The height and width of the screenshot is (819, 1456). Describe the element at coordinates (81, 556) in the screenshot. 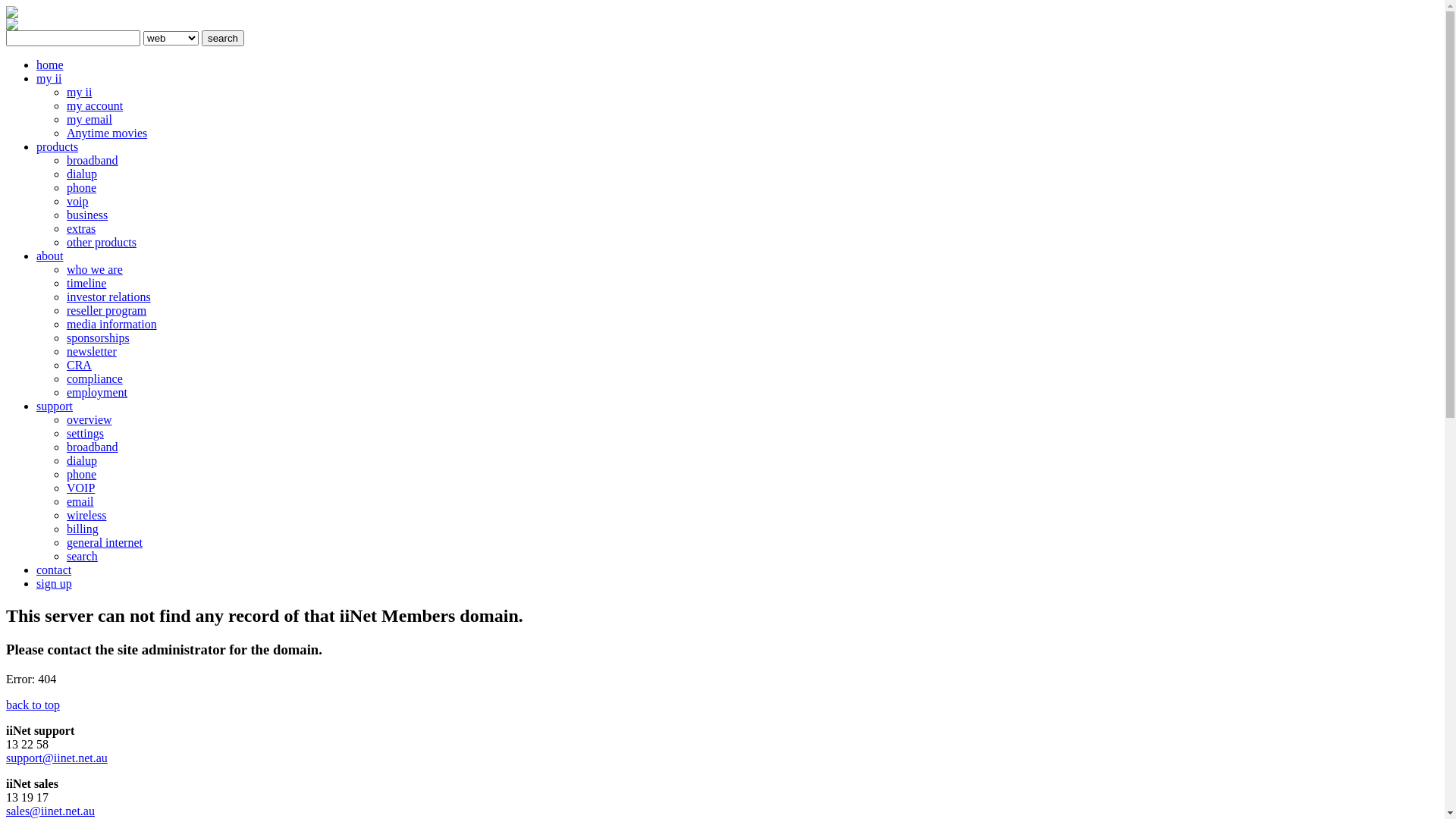

I see `'search'` at that location.